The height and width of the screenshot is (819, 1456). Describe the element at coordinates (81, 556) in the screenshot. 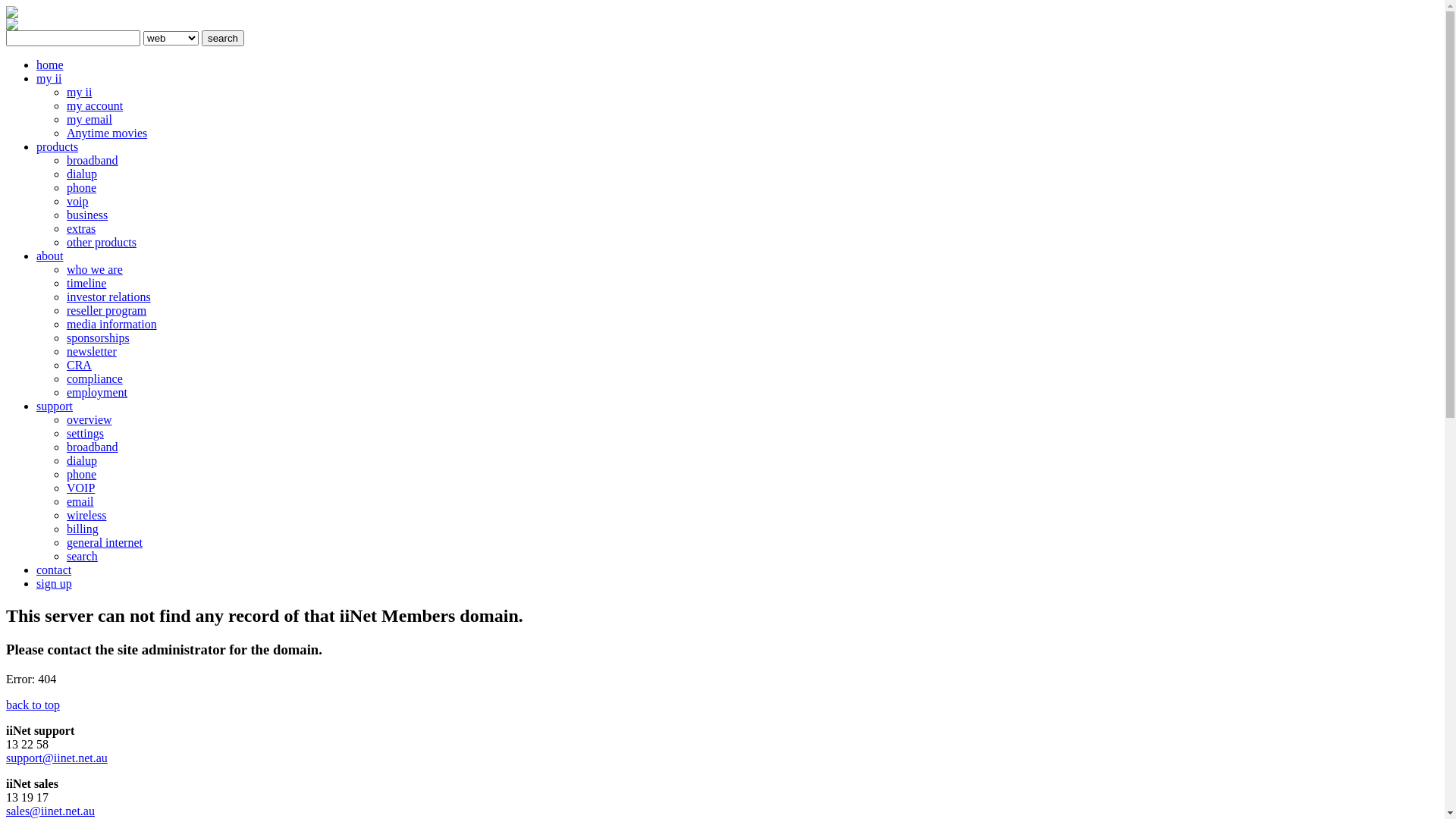

I see `'search'` at that location.